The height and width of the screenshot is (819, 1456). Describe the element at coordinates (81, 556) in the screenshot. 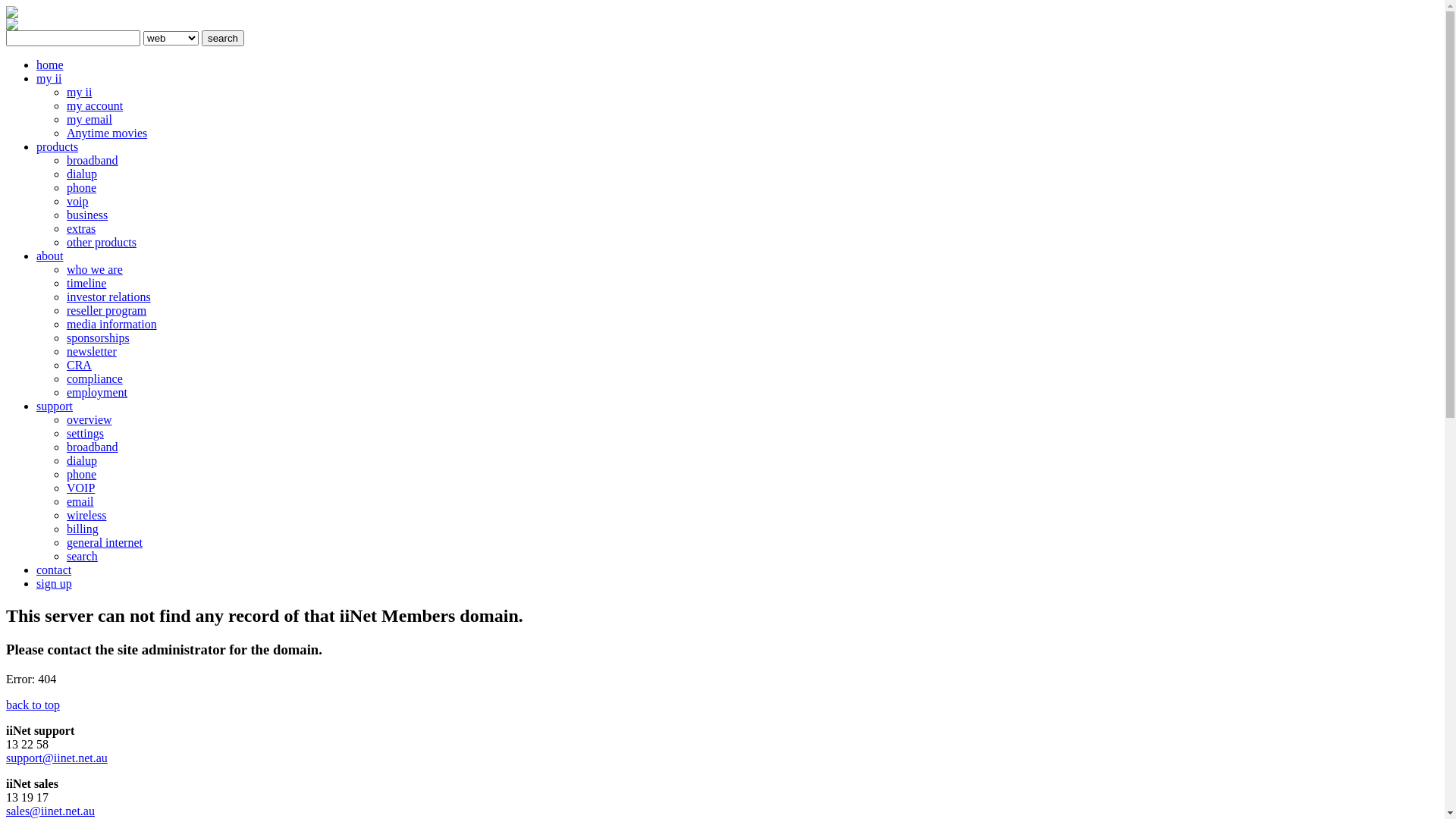

I see `'search'` at that location.